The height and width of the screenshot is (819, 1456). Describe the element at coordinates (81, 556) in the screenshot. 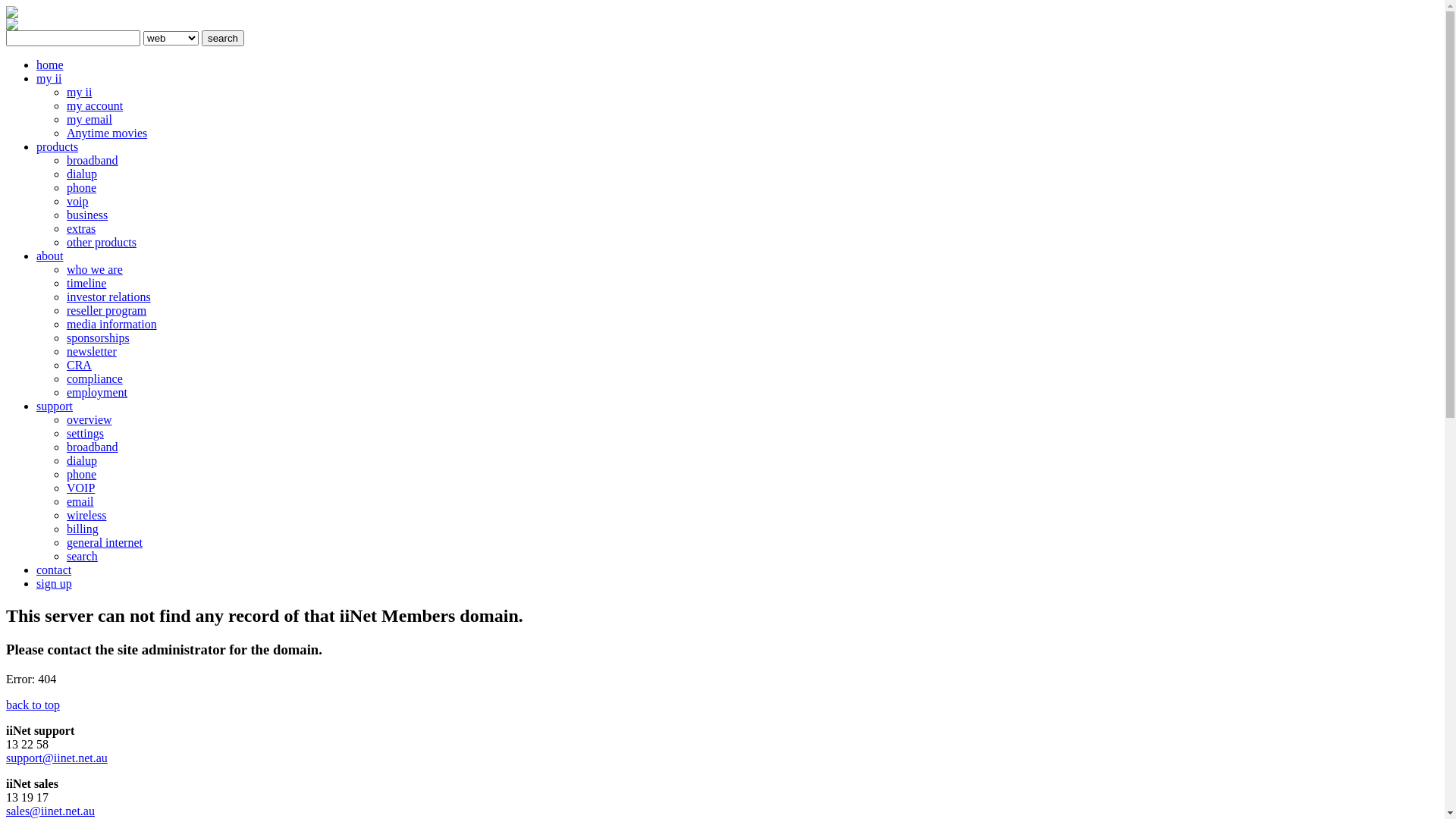

I see `'search'` at that location.